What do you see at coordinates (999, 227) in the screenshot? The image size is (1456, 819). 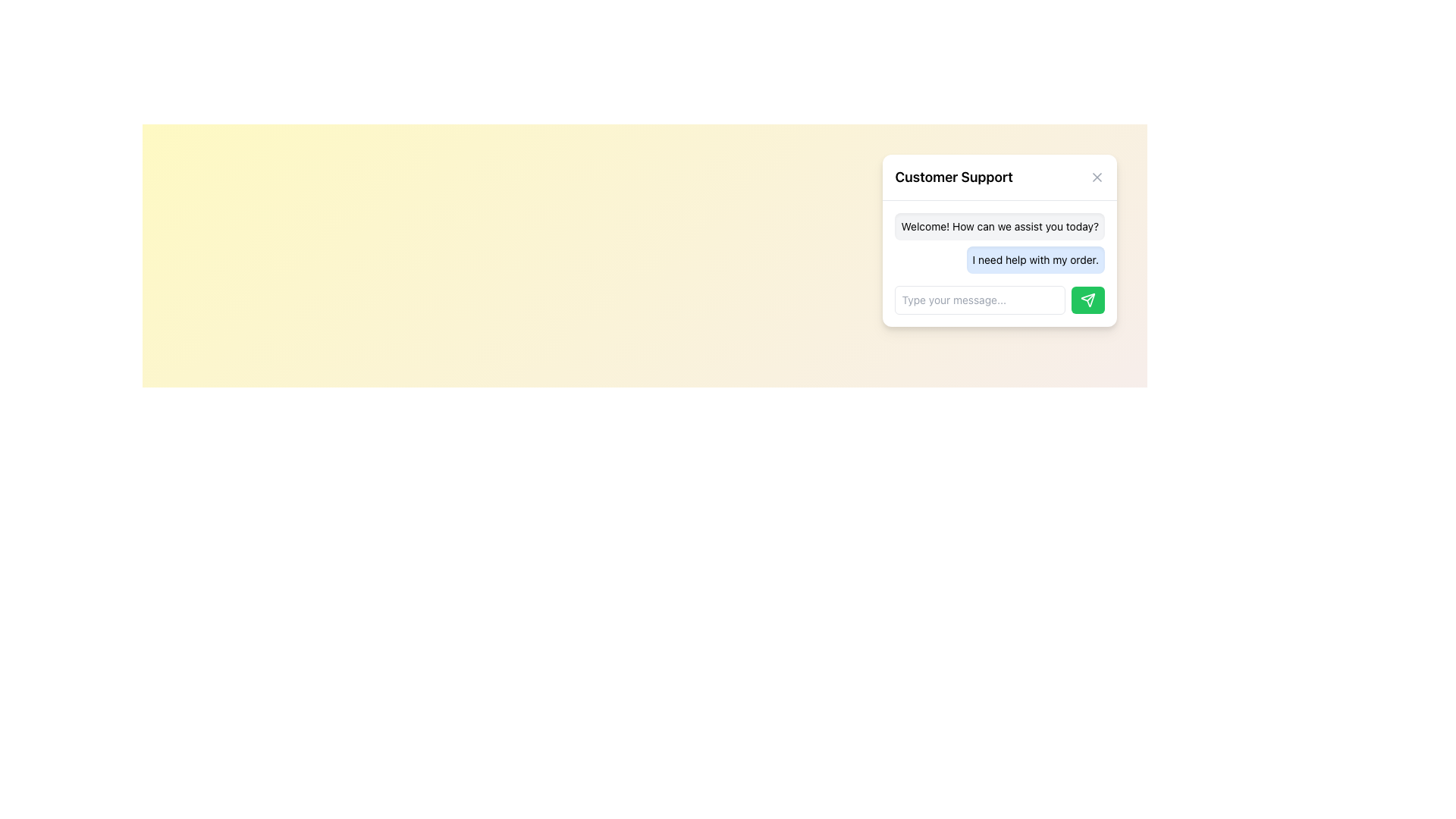 I see `the welcoming text display element in the 'Customer Support' chat window, located at the top of the main content area` at bounding box center [999, 227].